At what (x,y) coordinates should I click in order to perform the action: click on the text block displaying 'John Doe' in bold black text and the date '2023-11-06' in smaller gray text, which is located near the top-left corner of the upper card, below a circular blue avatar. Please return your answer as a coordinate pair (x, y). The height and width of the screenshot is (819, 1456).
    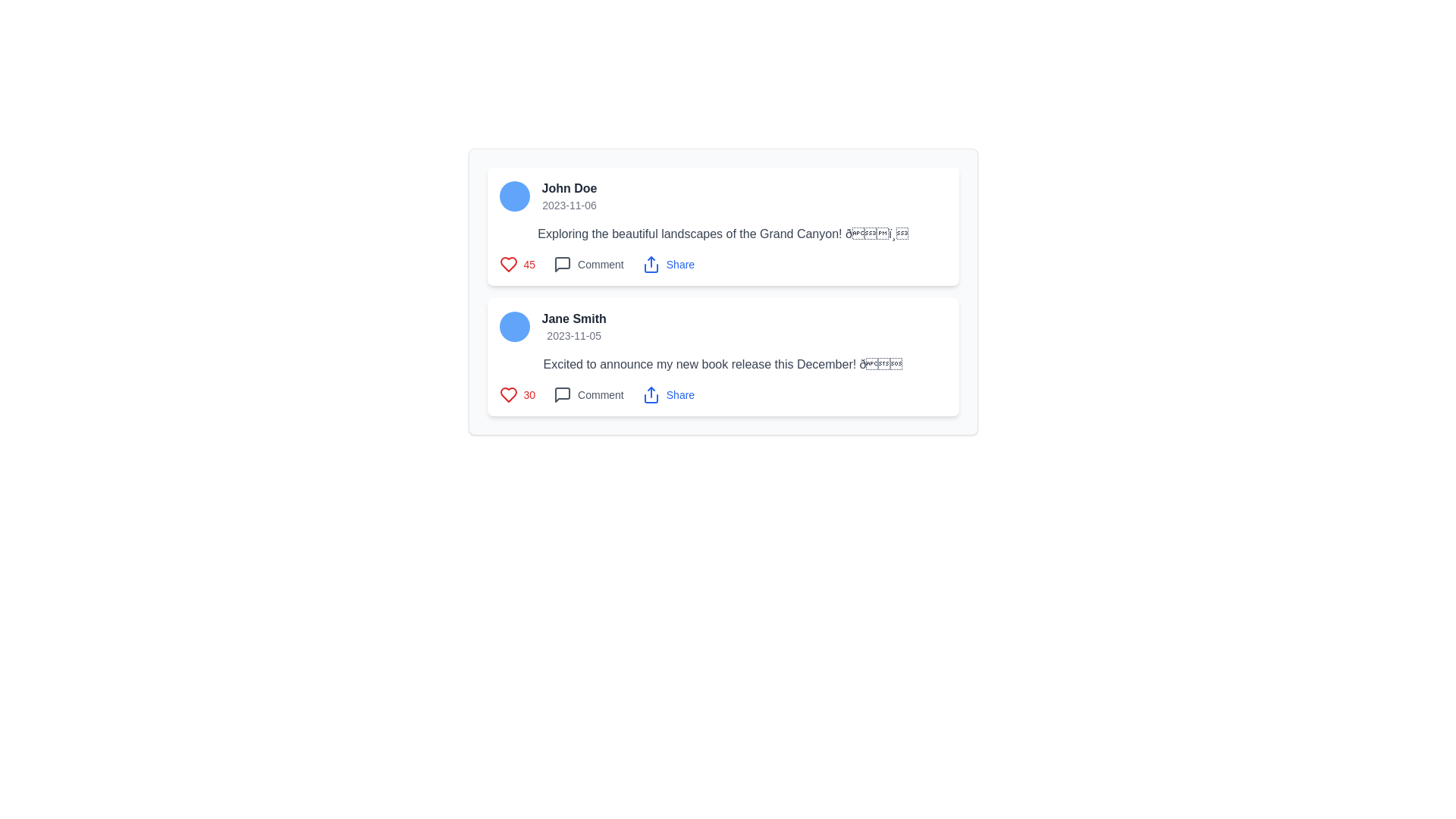
    Looking at the image, I should click on (568, 195).